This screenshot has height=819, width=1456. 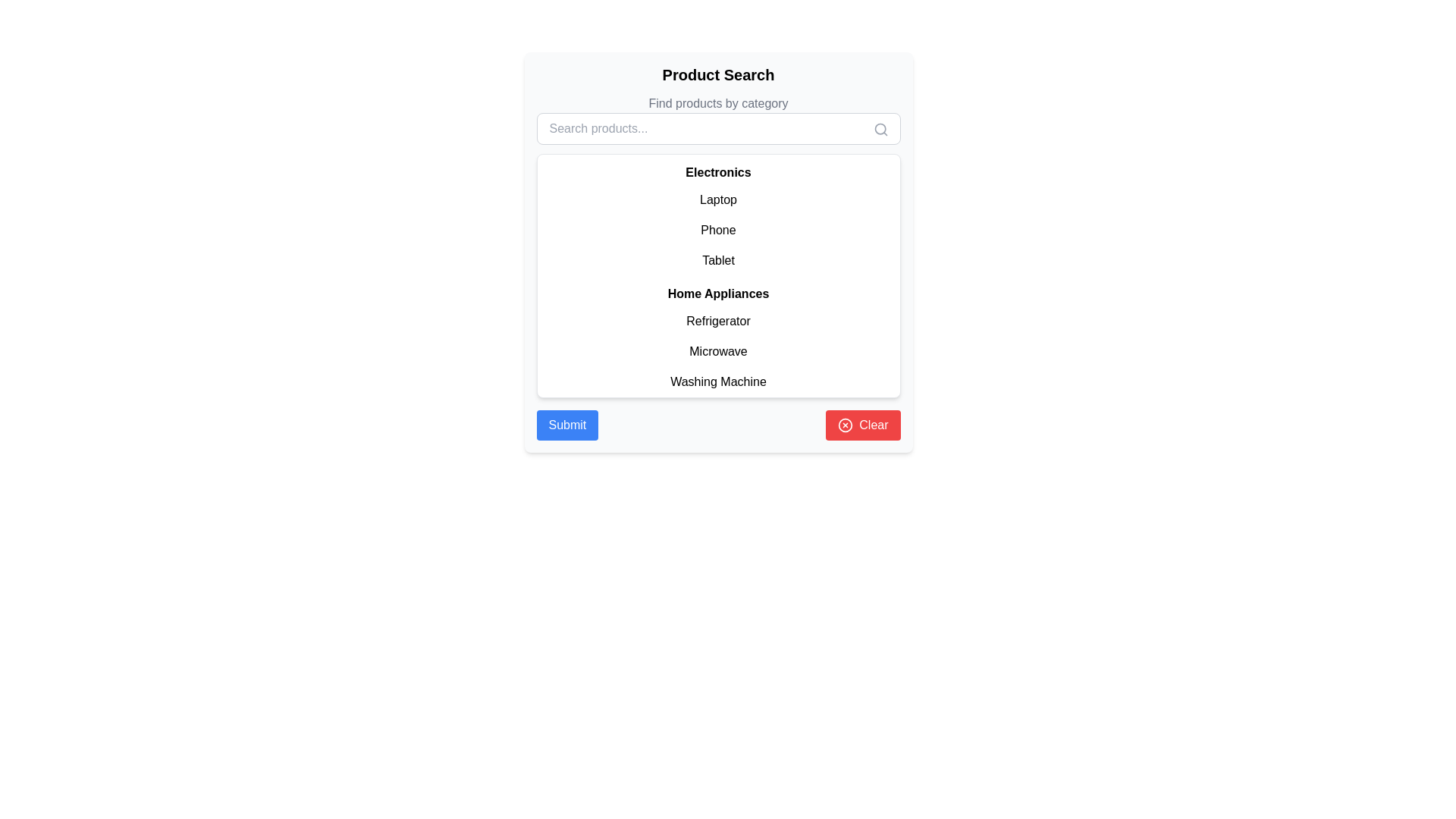 I want to click on the 'Microwave' text label, which is the third item in the 'Home Appliances' section of the list, styled with a clean sans-serif typeface and changes color on hover, so click(x=717, y=351).